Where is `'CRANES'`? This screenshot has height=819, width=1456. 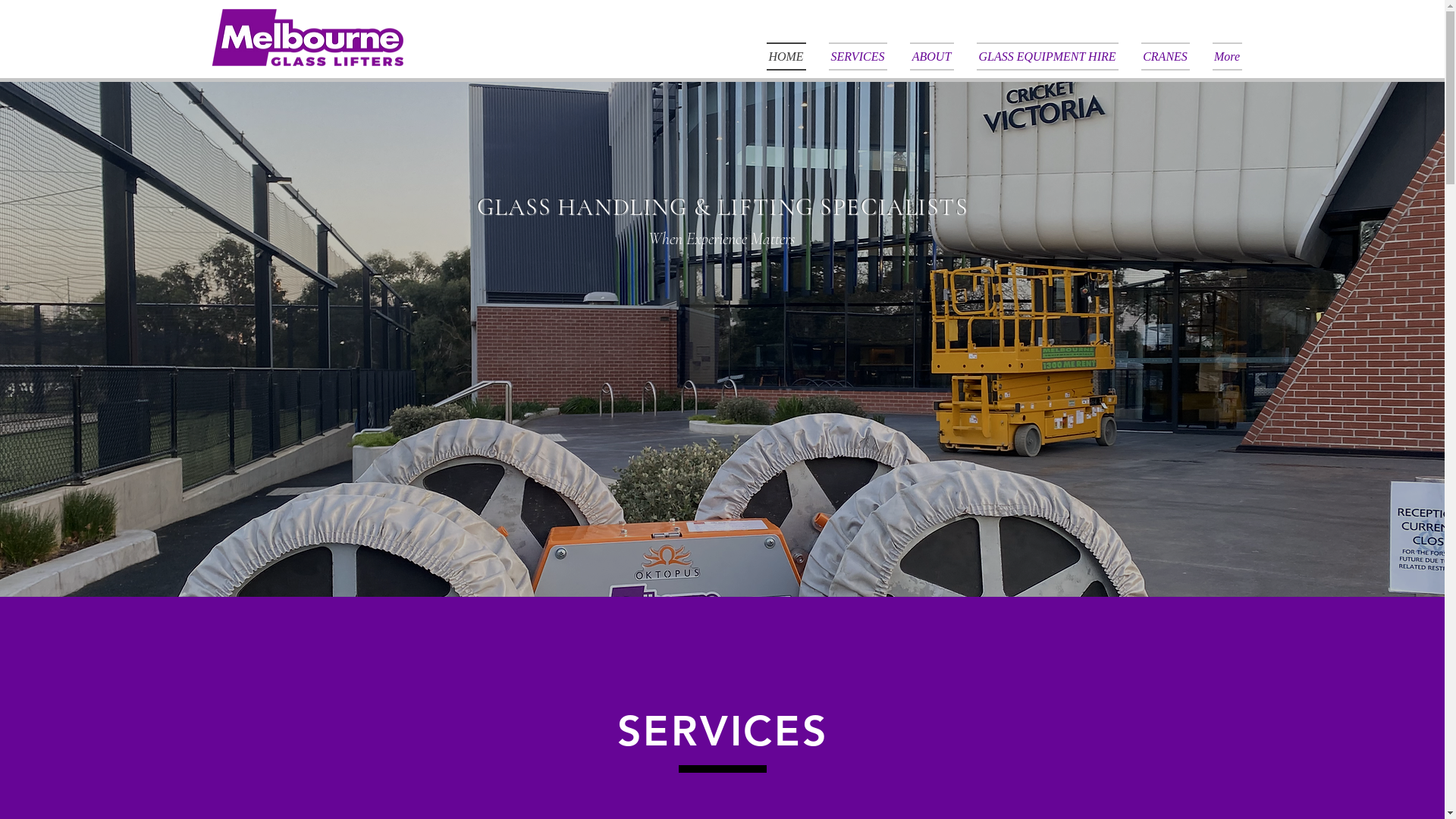 'CRANES' is located at coordinates (1164, 55).